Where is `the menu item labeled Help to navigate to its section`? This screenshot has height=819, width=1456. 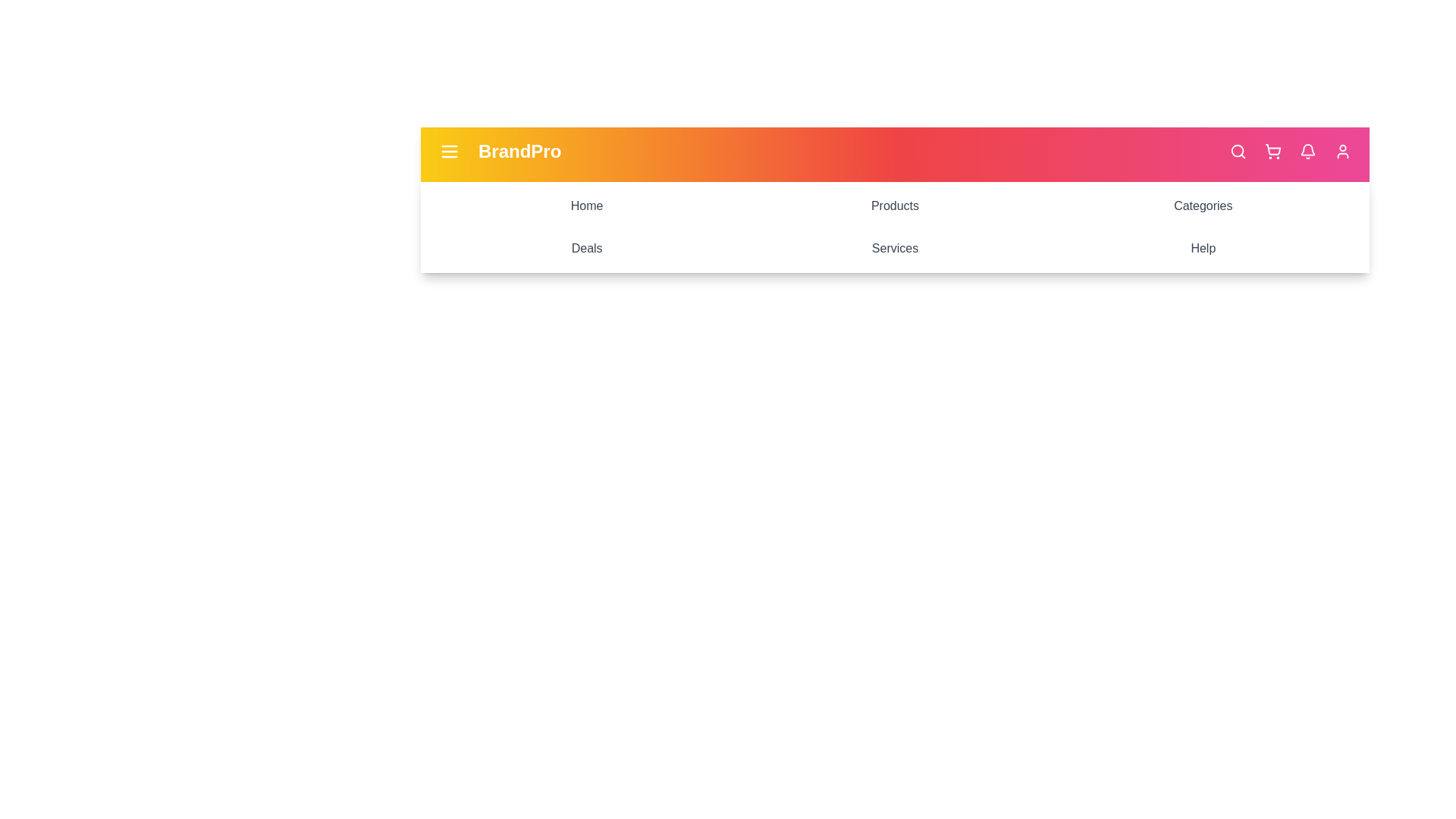
the menu item labeled Help to navigate to its section is located at coordinates (1201, 247).